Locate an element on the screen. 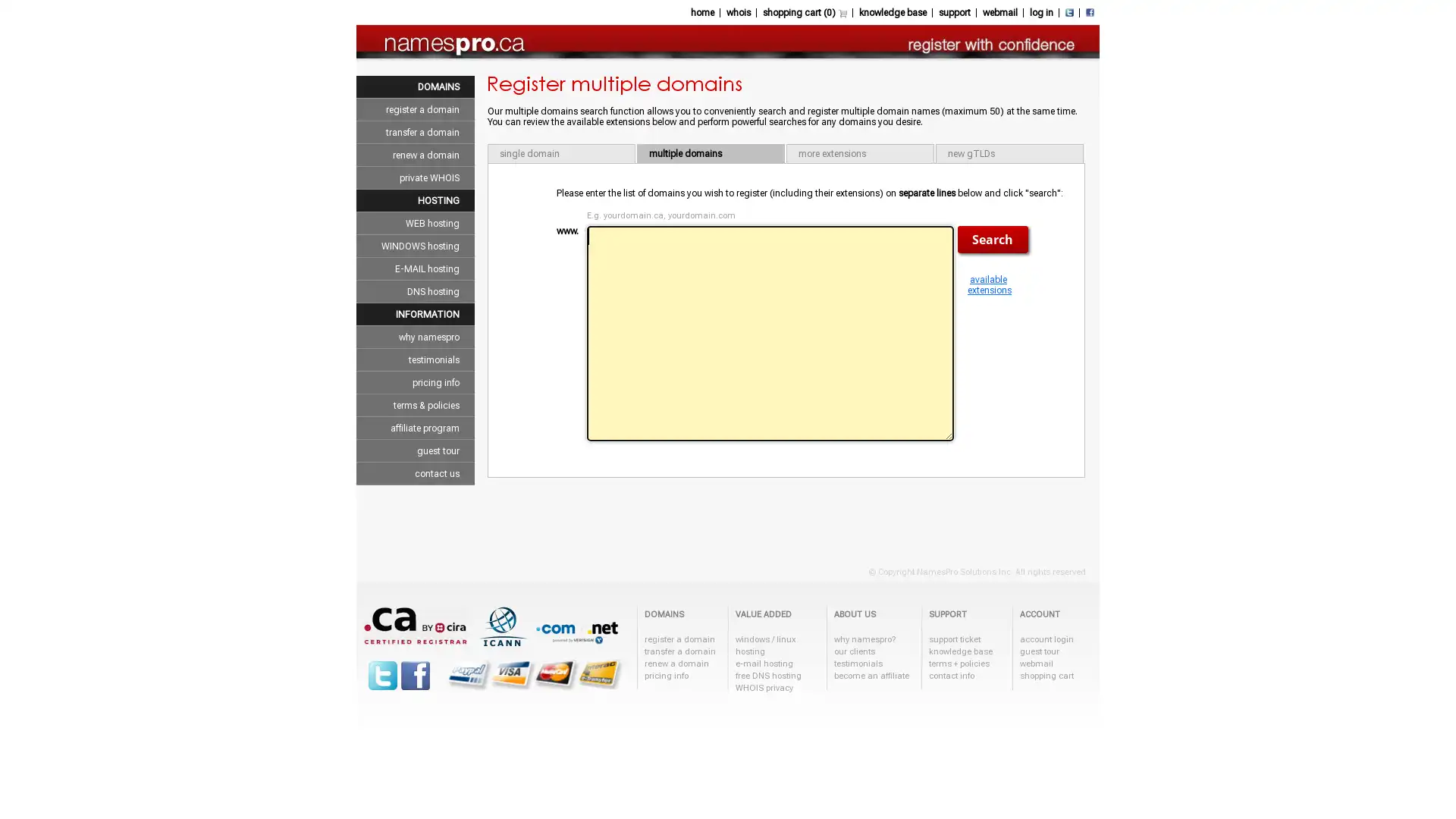  Search now! is located at coordinates (994, 240).